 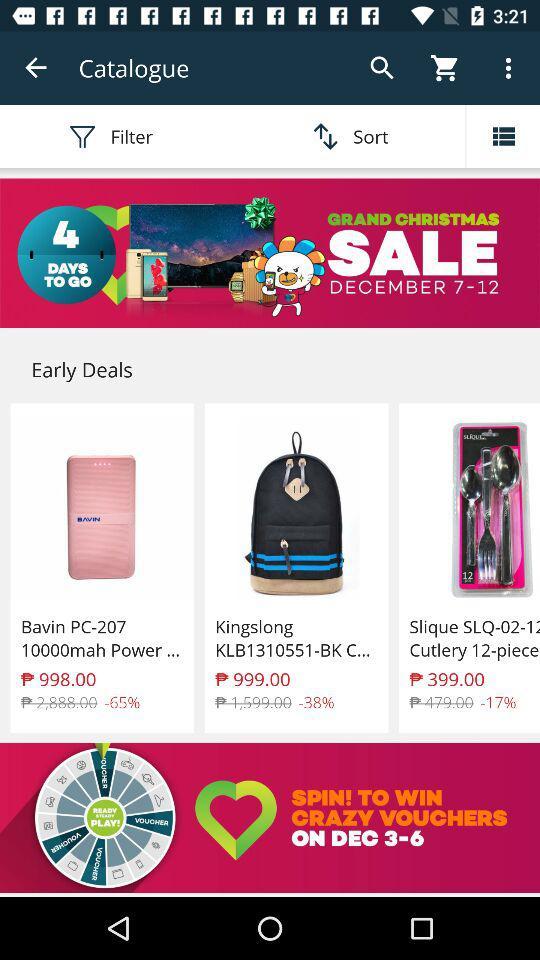 I want to click on menu, so click(x=502, y=135).